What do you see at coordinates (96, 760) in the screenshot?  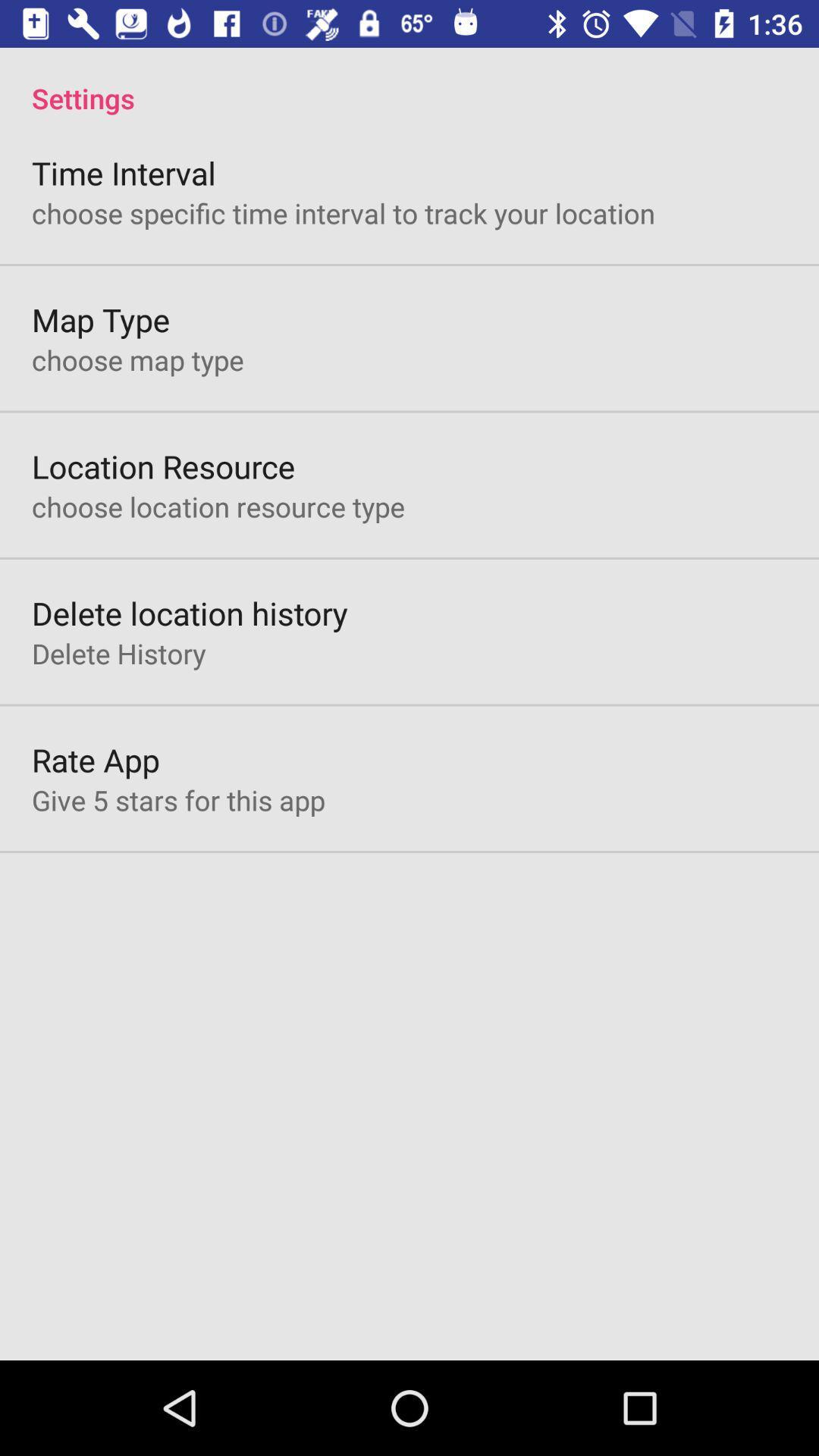 I see `rate app item` at bounding box center [96, 760].